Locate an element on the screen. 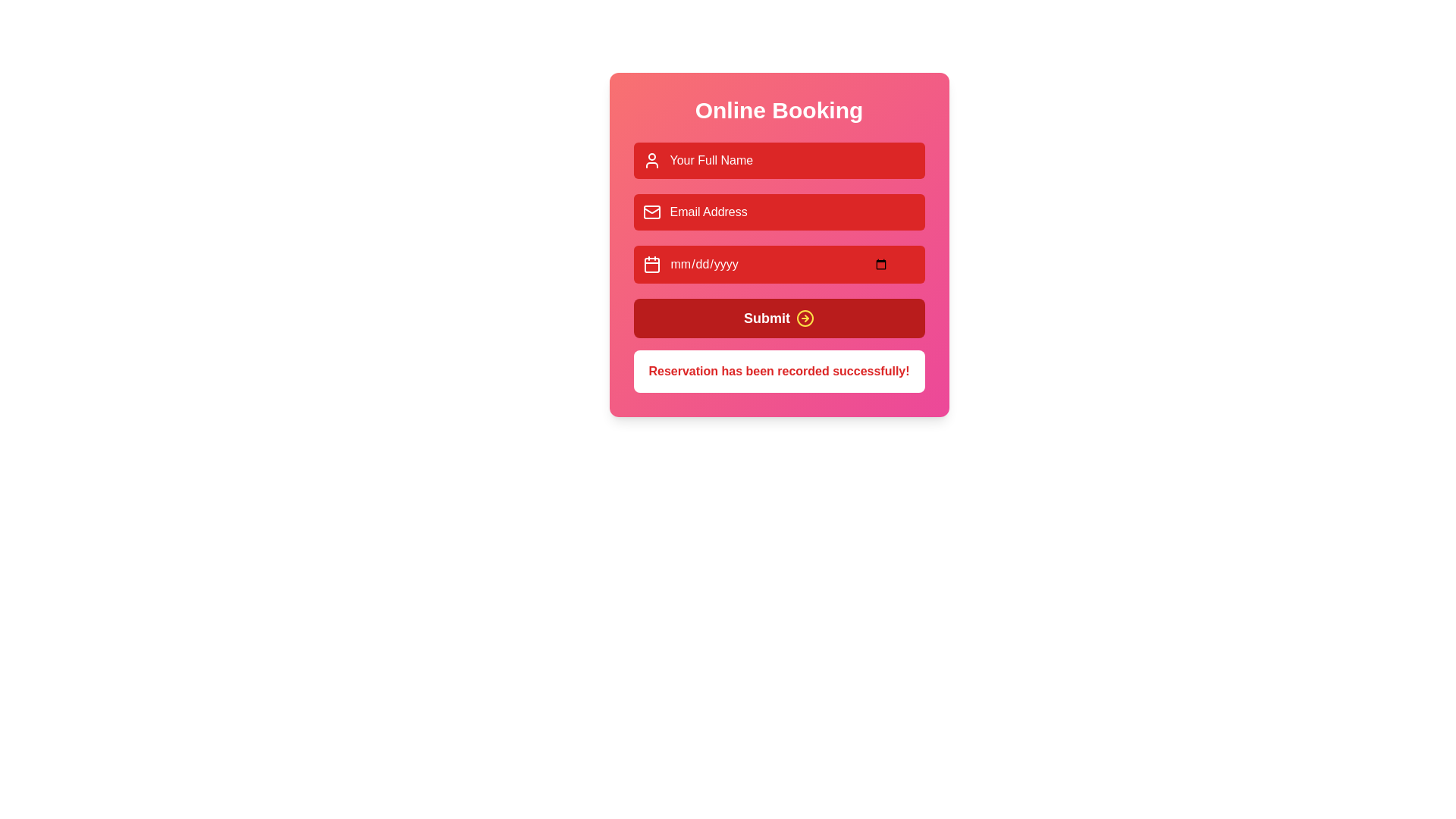  the circular part of the SVG graphic icon, which is centrally located within a right-pointing arrow icon at the bottom-right of the form section under the 'Submit' button is located at coordinates (804, 318).